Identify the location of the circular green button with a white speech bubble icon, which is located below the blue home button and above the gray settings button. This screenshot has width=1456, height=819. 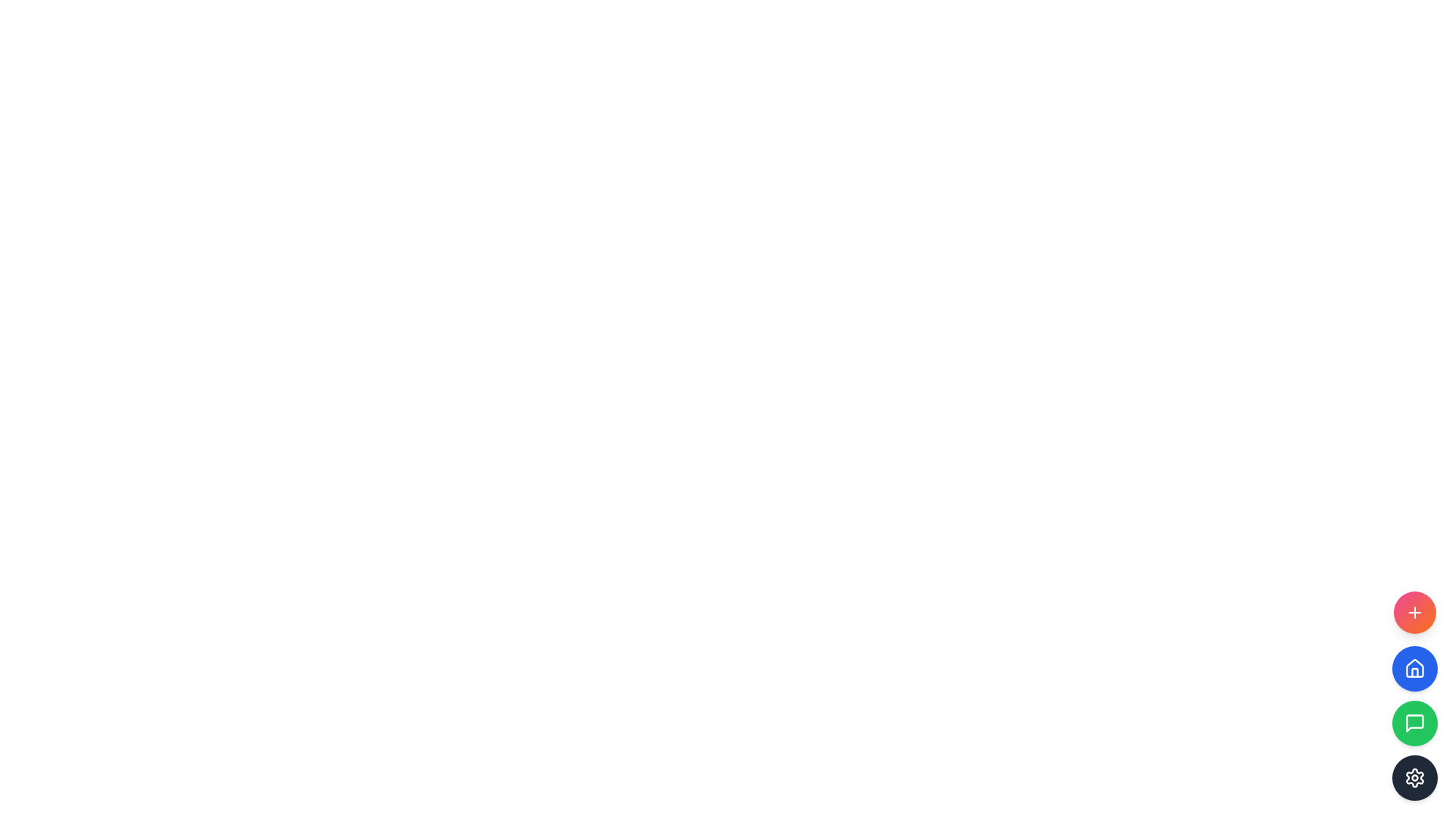
(1414, 722).